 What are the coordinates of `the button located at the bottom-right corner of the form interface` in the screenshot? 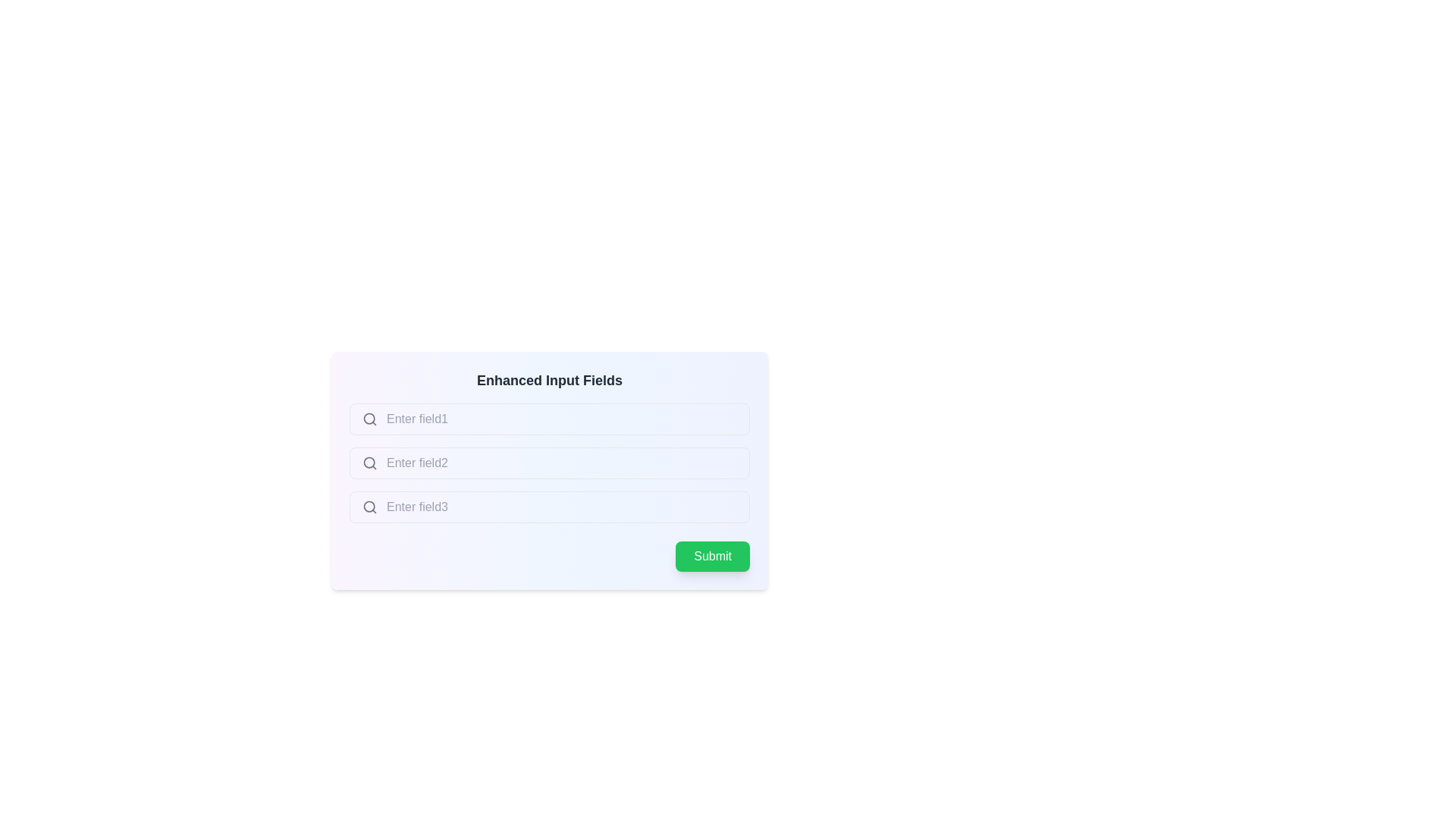 It's located at (712, 556).